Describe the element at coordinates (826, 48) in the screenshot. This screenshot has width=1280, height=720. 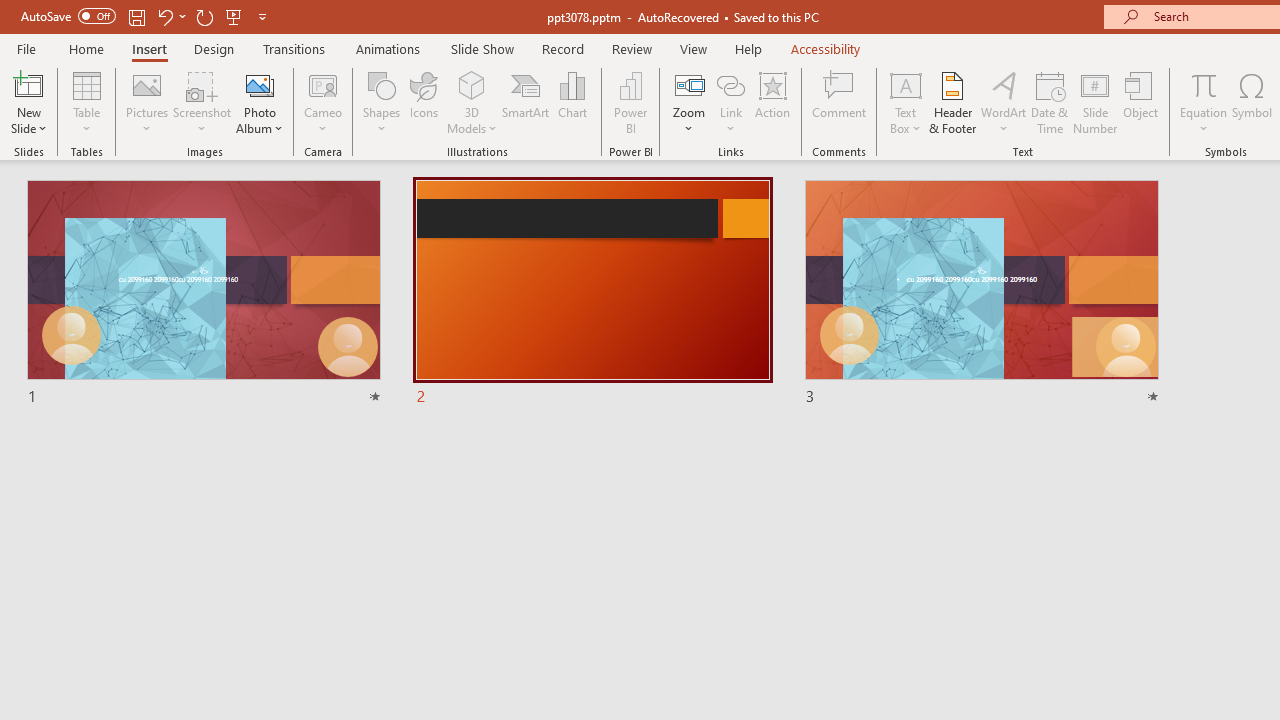
I see `'Accessibility'` at that location.